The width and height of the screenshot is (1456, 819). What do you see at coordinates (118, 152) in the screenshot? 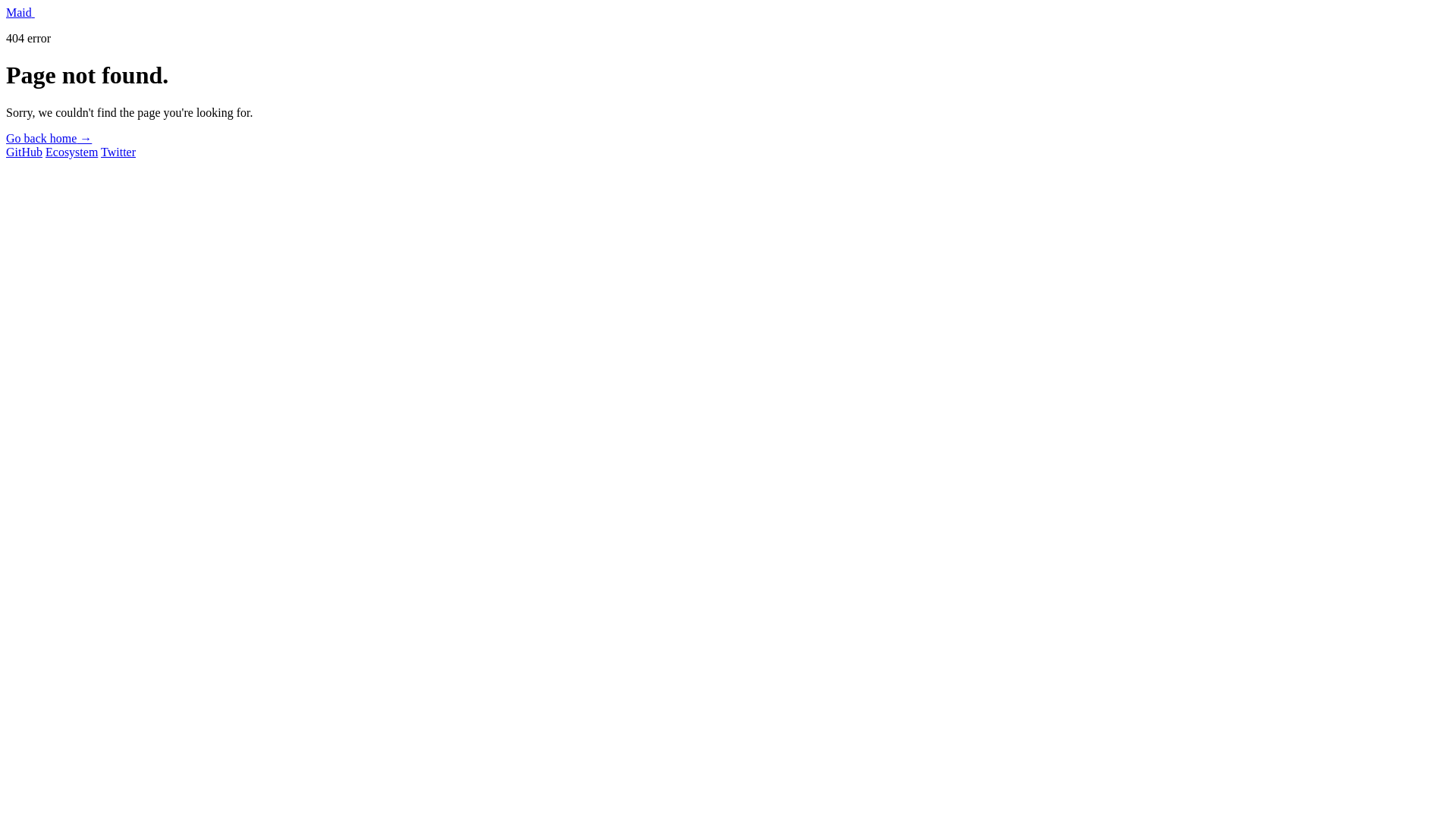
I see `'Twitter'` at bounding box center [118, 152].